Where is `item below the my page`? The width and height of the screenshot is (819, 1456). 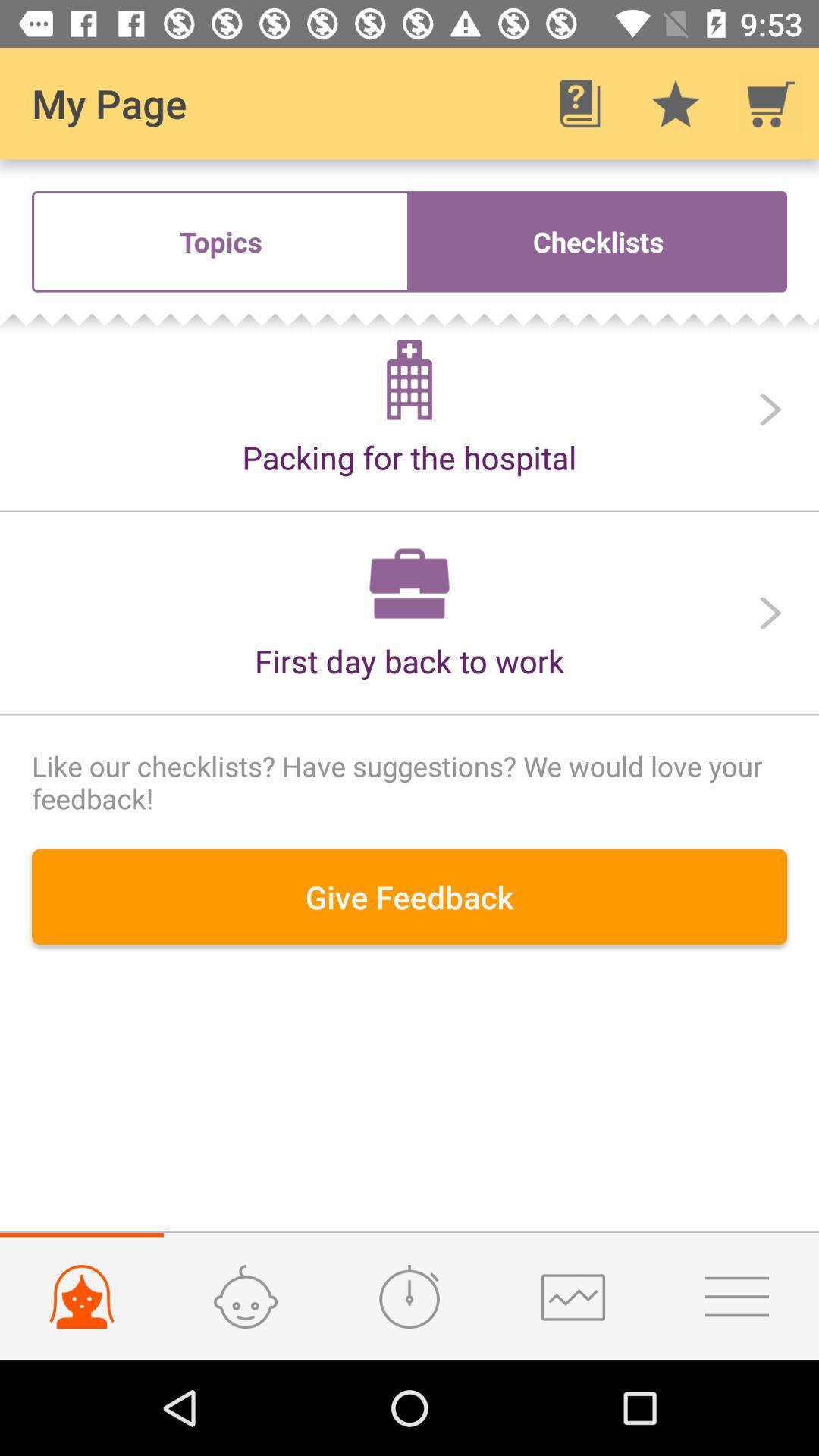 item below the my page is located at coordinates (220, 240).